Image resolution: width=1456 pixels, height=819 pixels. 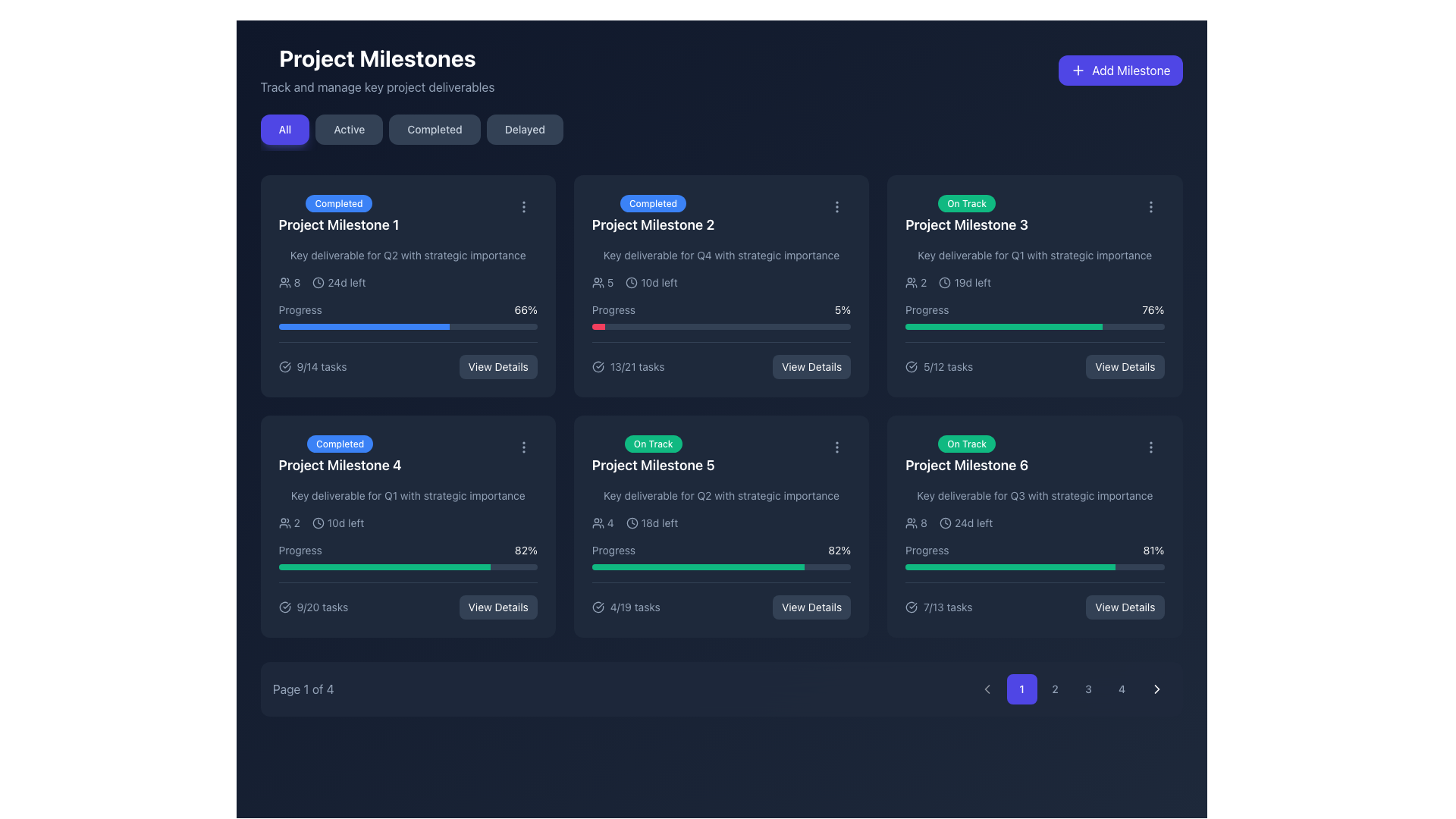 I want to click on the Icon button for options menu located in the top-right corner of the 'Project Milestone 4' card to focus or reveal additional information, so click(x=523, y=447).